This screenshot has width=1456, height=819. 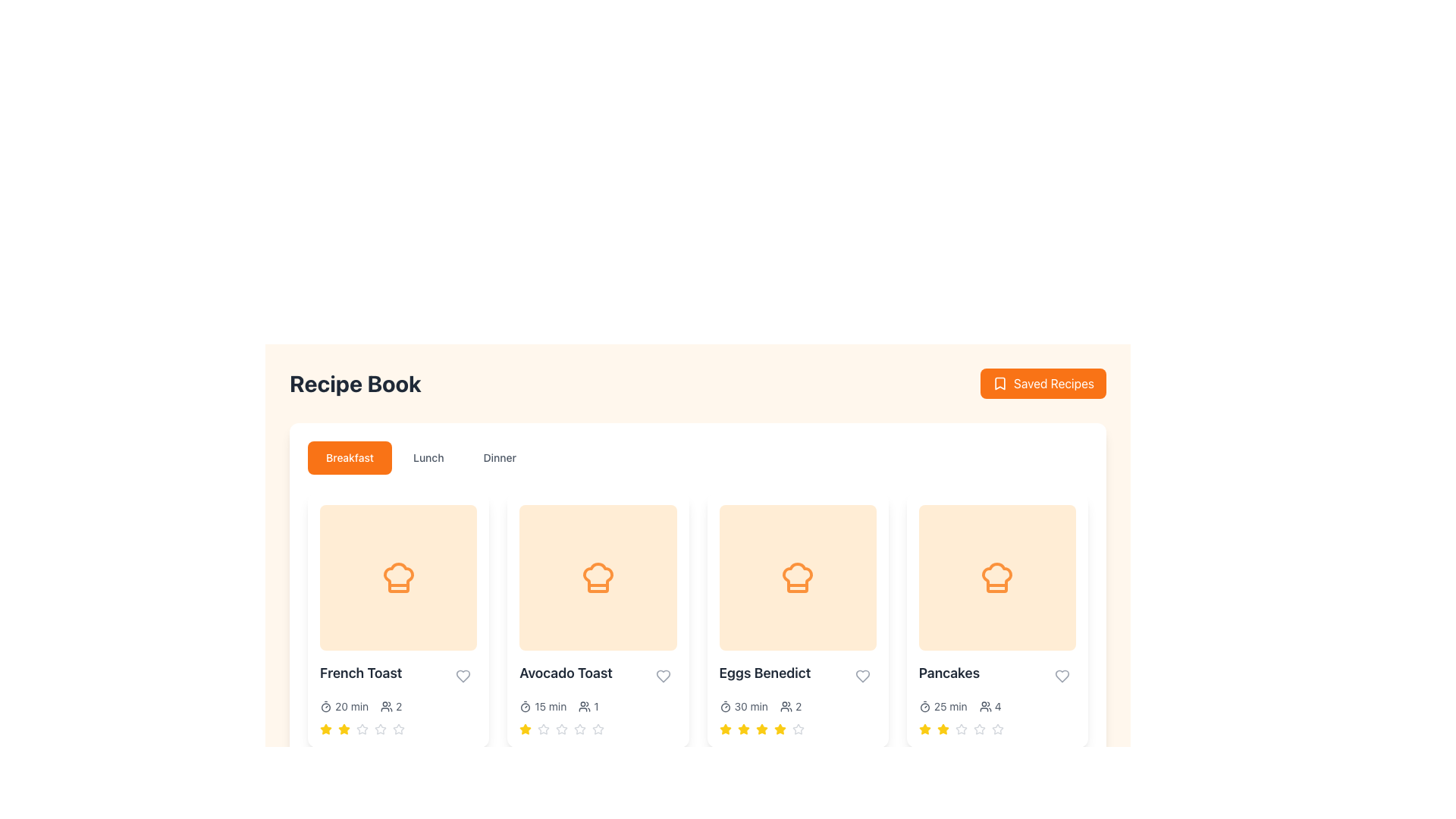 What do you see at coordinates (1062, 675) in the screenshot?
I see `the small circular button with a heart icon to mark the 'Pancakes' recipe as favorite` at bounding box center [1062, 675].